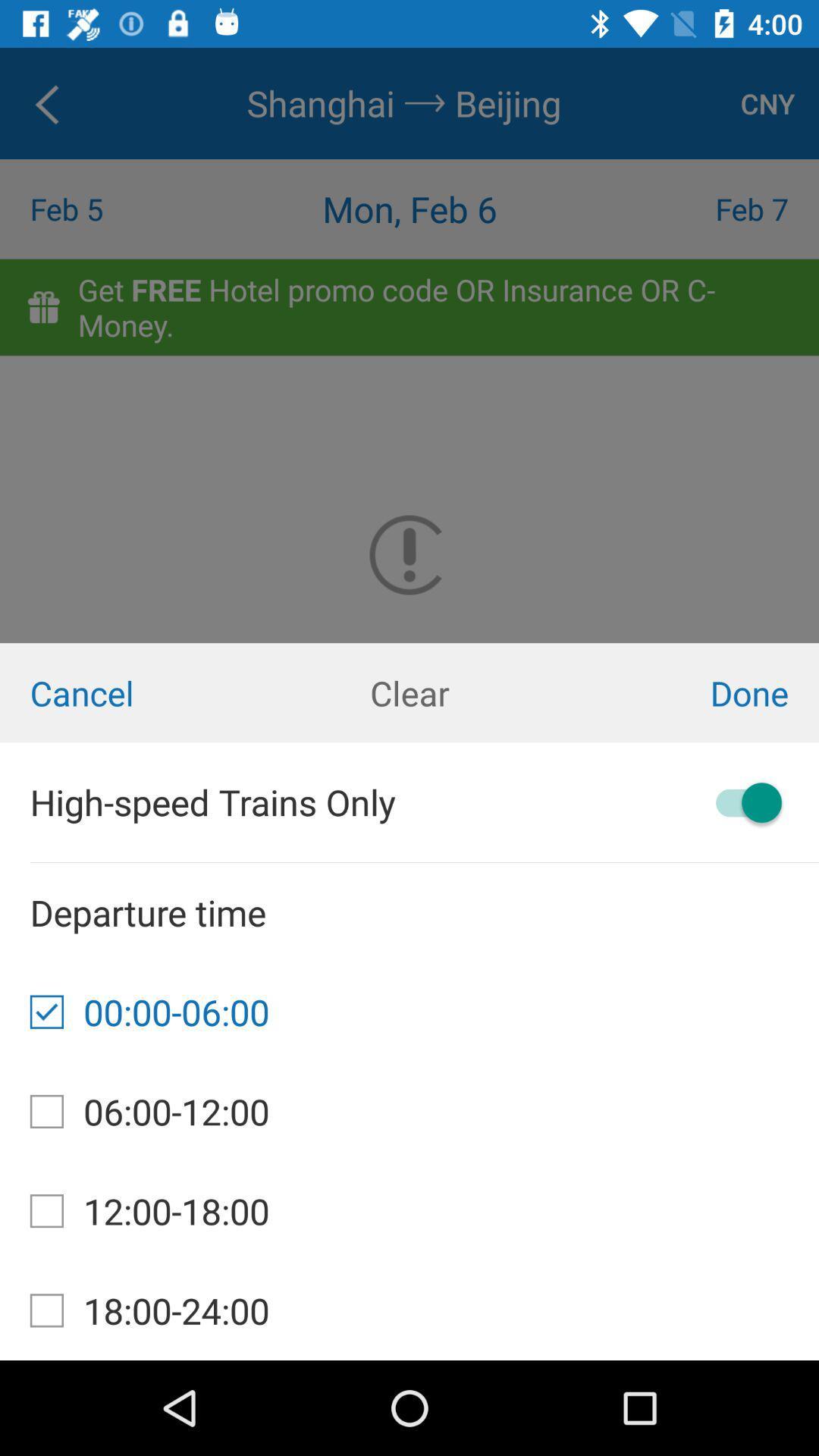  I want to click on cancel item, so click(136, 692).